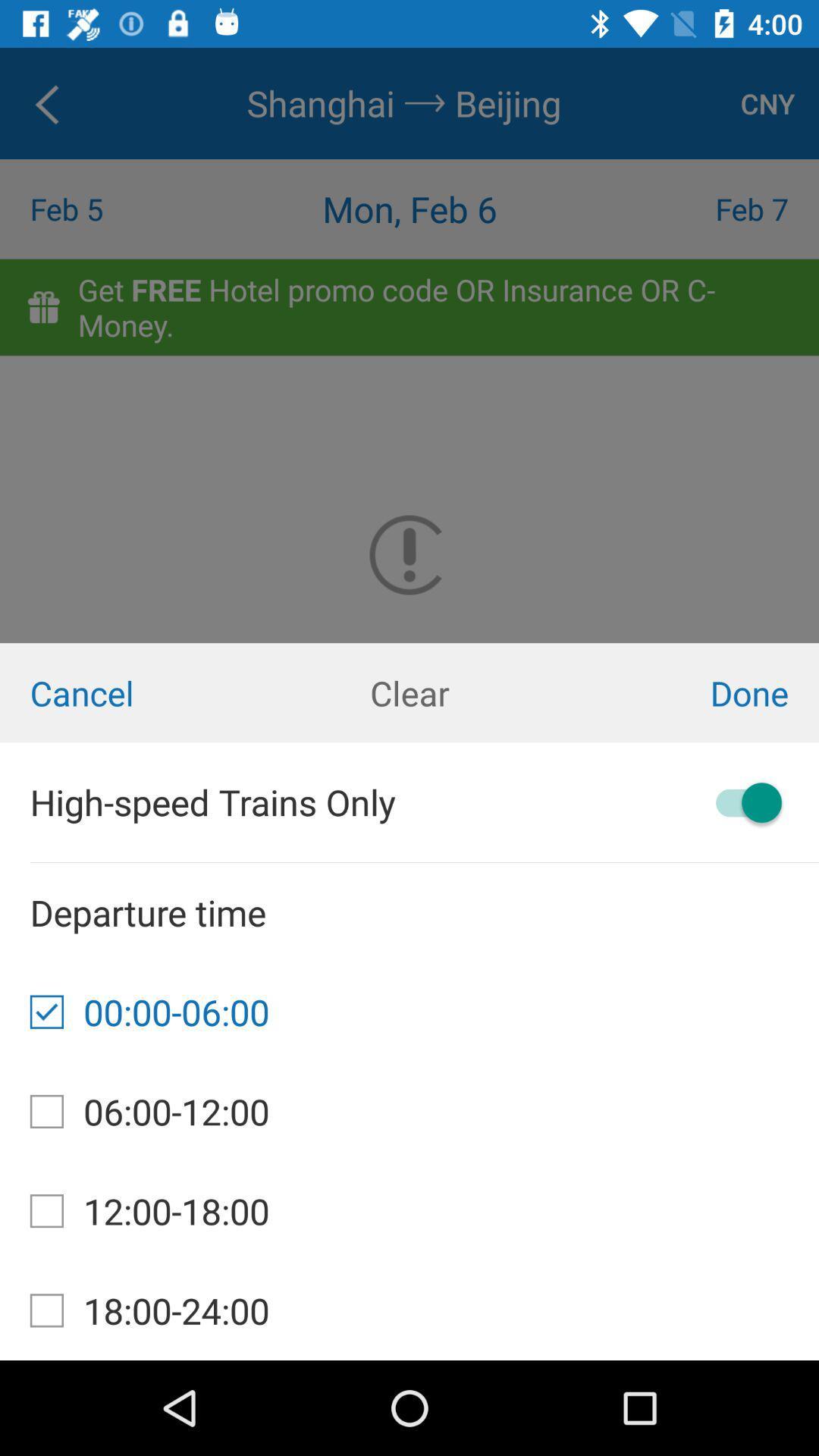  I want to click on cancel item, so click(136, 692).